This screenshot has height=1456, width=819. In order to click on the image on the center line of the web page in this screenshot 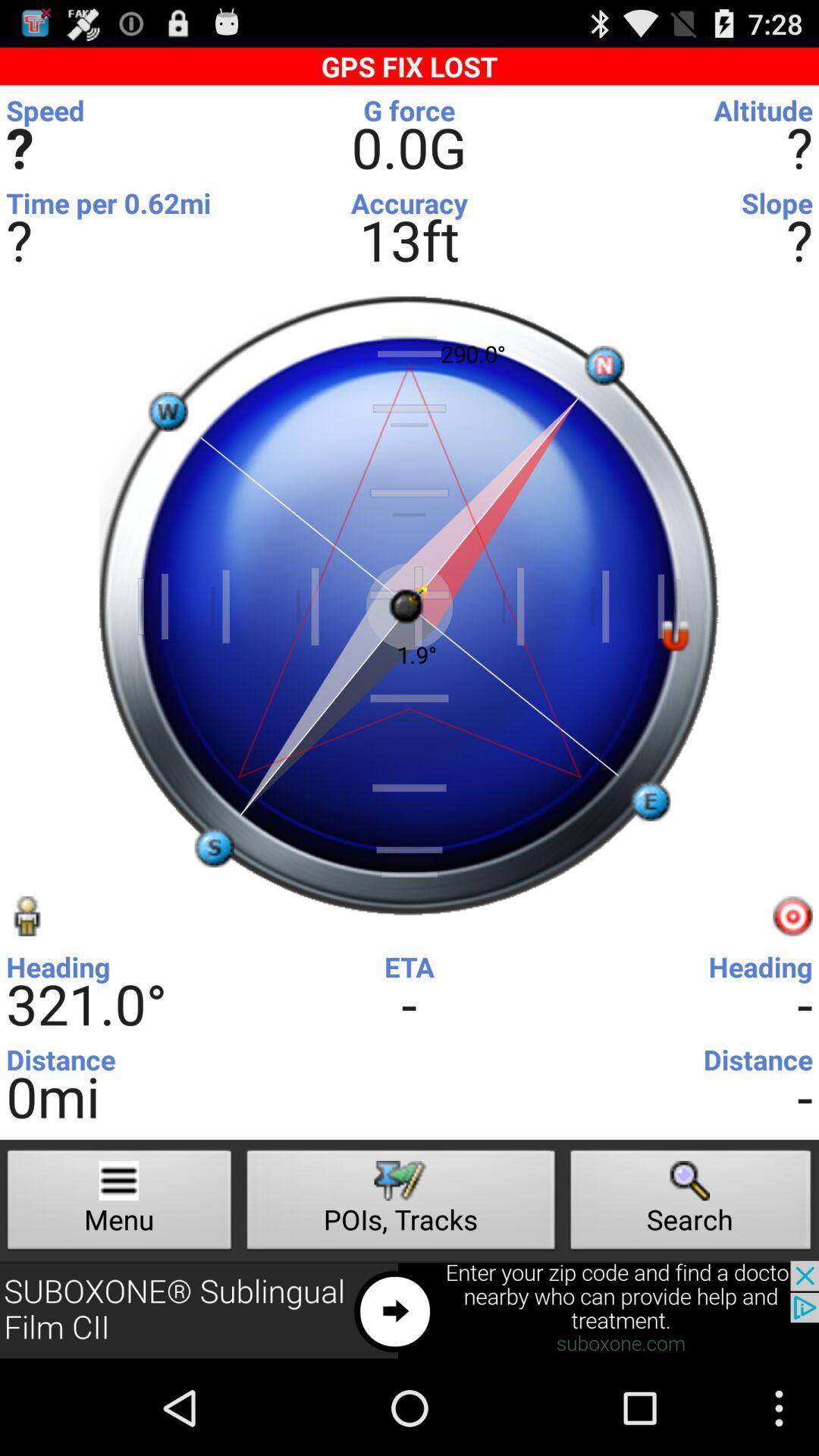, I will do `click(409, 607)`.